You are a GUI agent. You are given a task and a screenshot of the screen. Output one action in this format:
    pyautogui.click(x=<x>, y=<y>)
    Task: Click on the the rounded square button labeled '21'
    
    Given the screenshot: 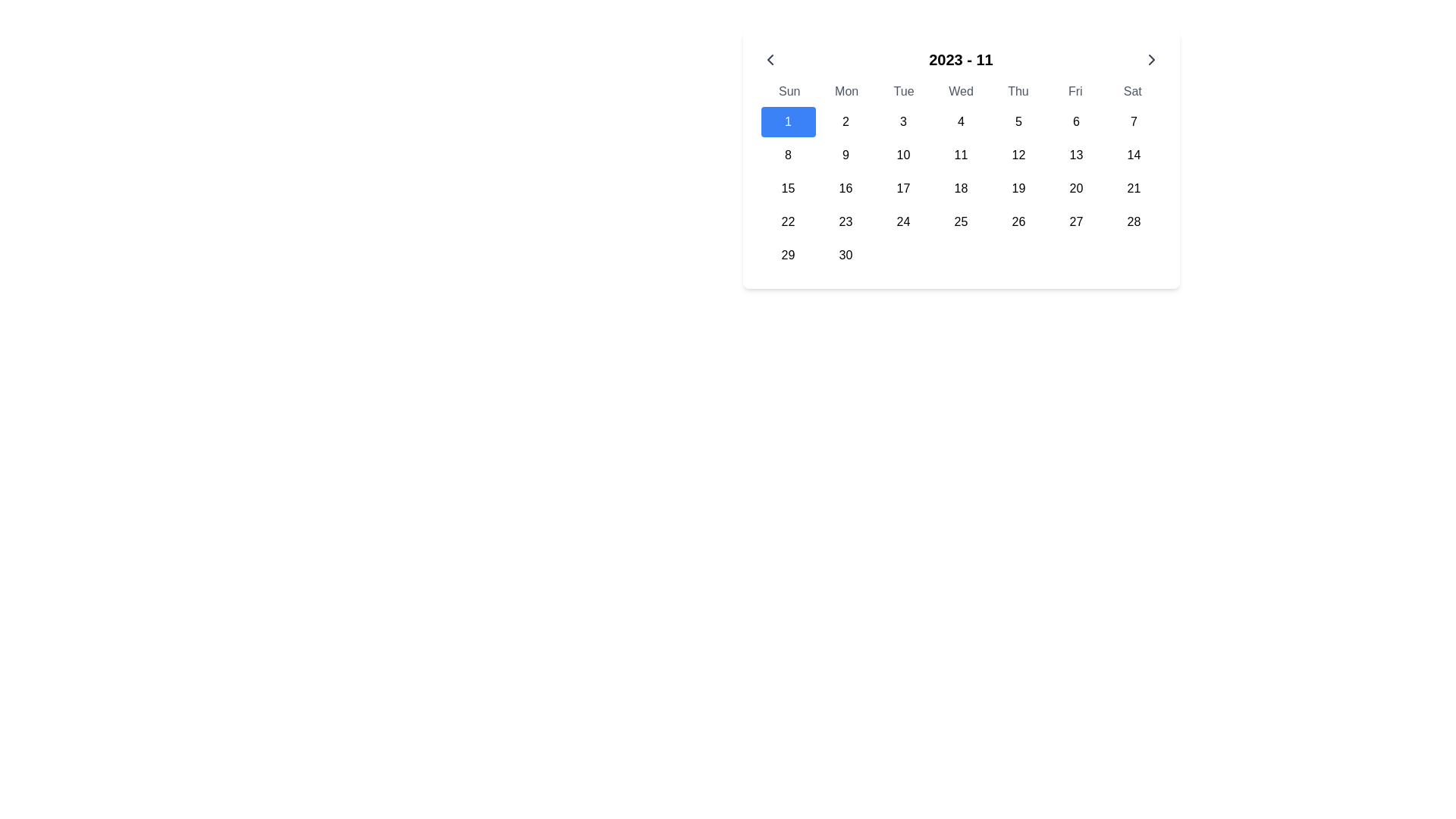 What is the action you would take?
    pyautogui.click(x=1134, y=188)
    